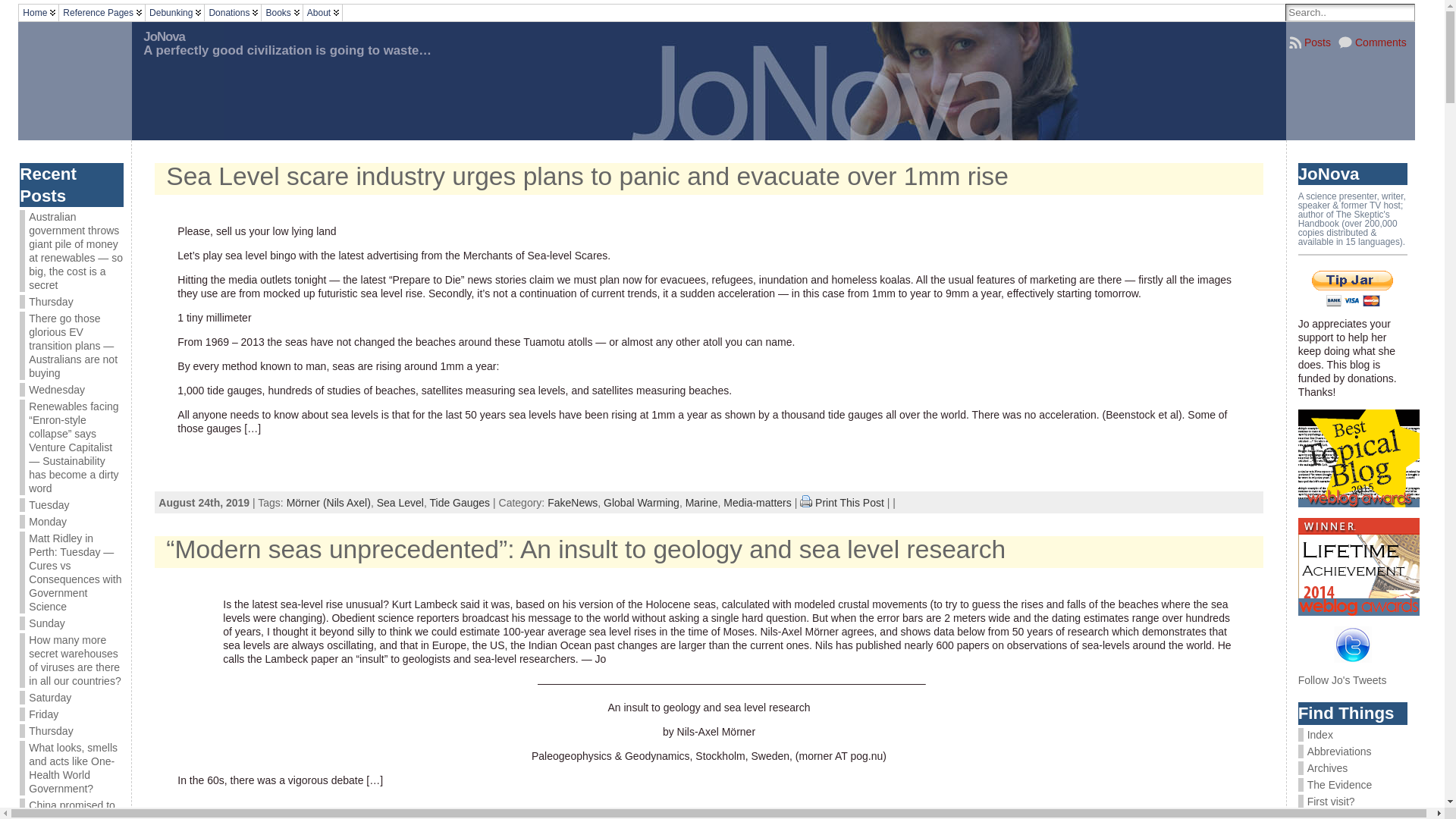  What do you see at coordinates (814, 503) in the screenshot?
I see `'Print This Post'` at bounding box center [814, 503].